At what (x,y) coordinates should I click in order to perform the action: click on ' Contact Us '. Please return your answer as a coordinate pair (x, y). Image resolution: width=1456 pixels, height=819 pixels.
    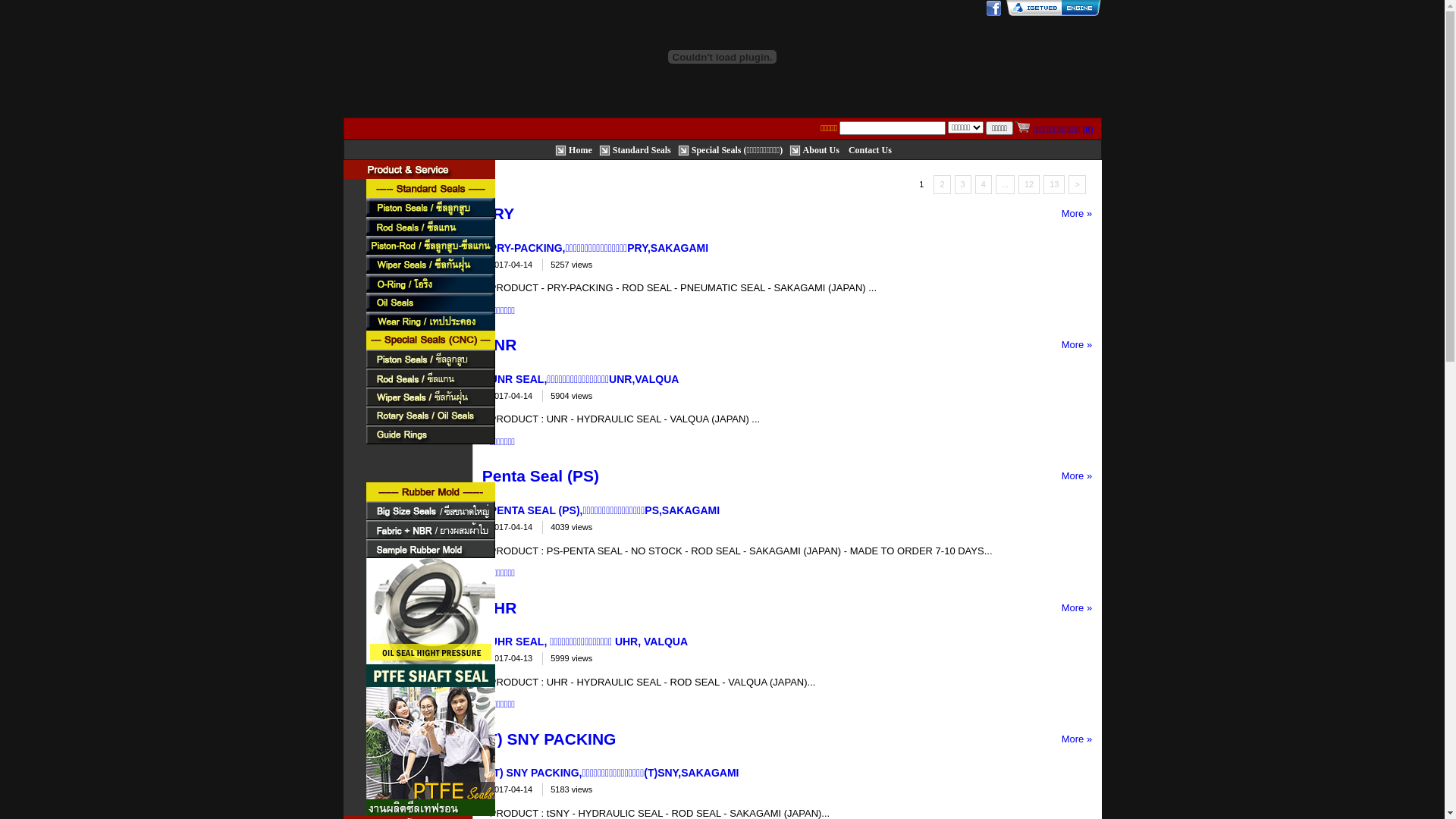
    Looking at the image, I should click on (870, 149).